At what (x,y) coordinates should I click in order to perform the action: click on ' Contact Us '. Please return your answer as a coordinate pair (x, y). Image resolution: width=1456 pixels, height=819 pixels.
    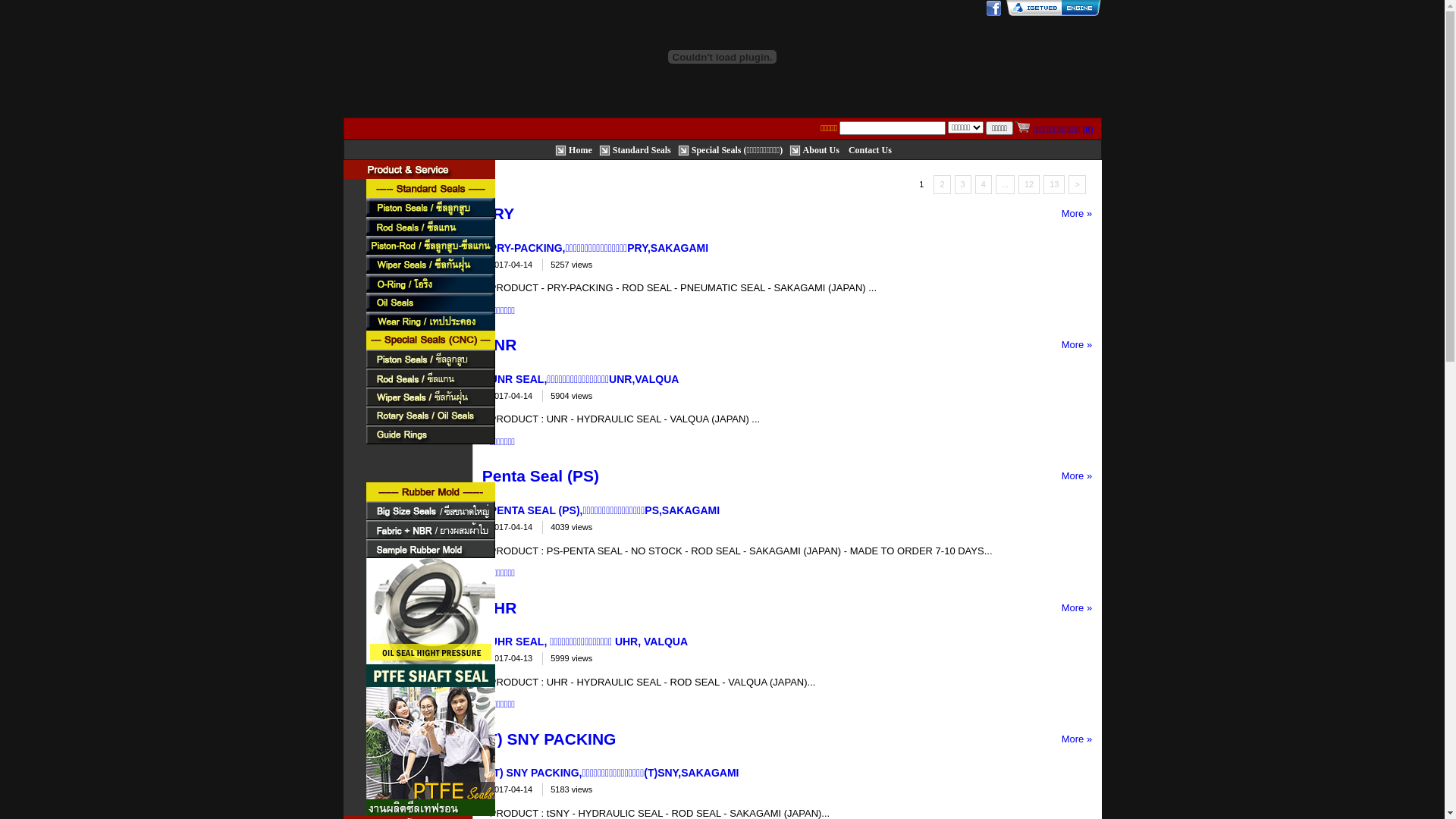
    Looking at the image, I should click on (870, 149).